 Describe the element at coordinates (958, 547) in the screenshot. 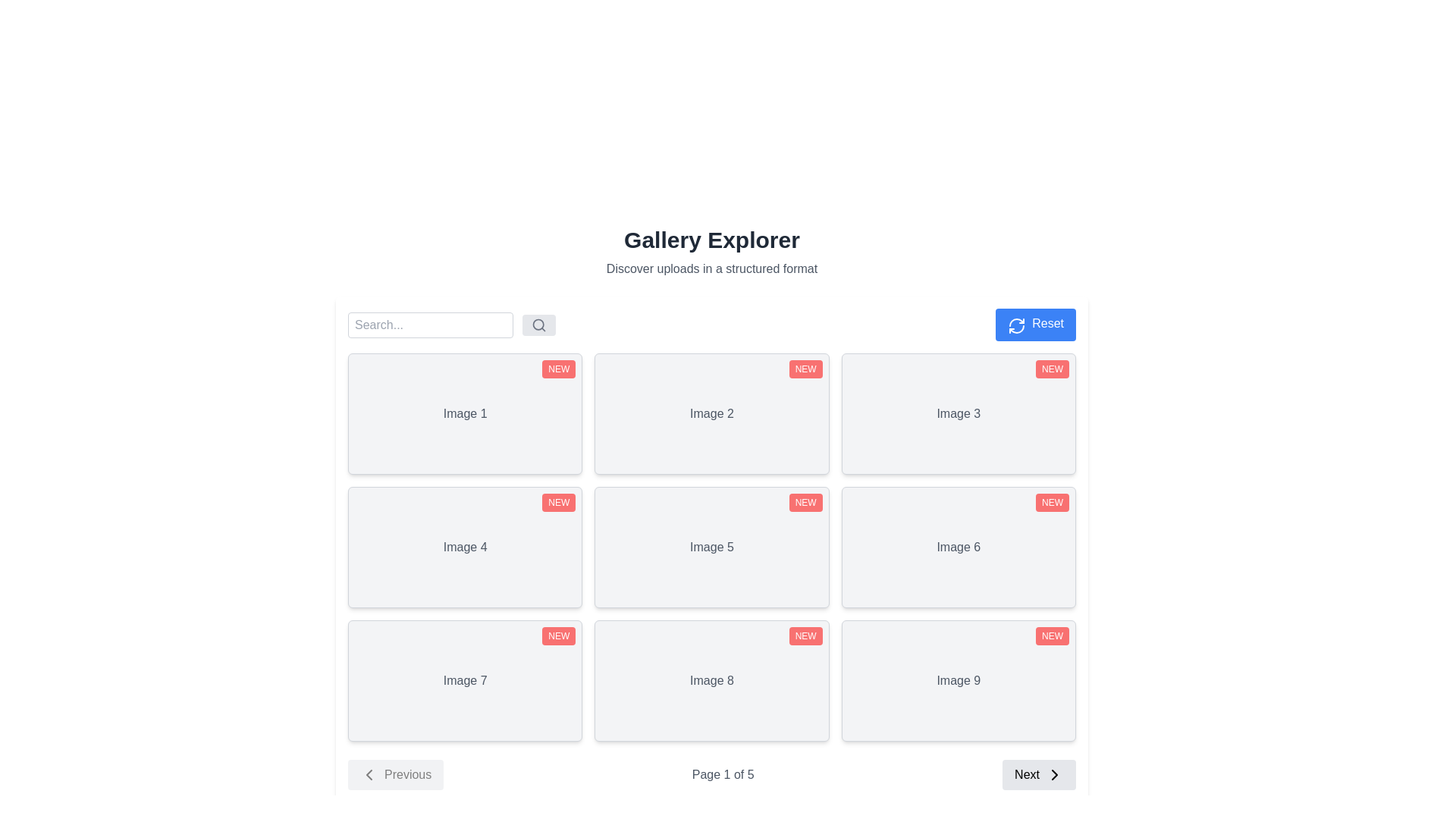

I see `the Card element labeled 'Image 6', which is located in the second row, third column of a 3x3 grid layout` at that location.